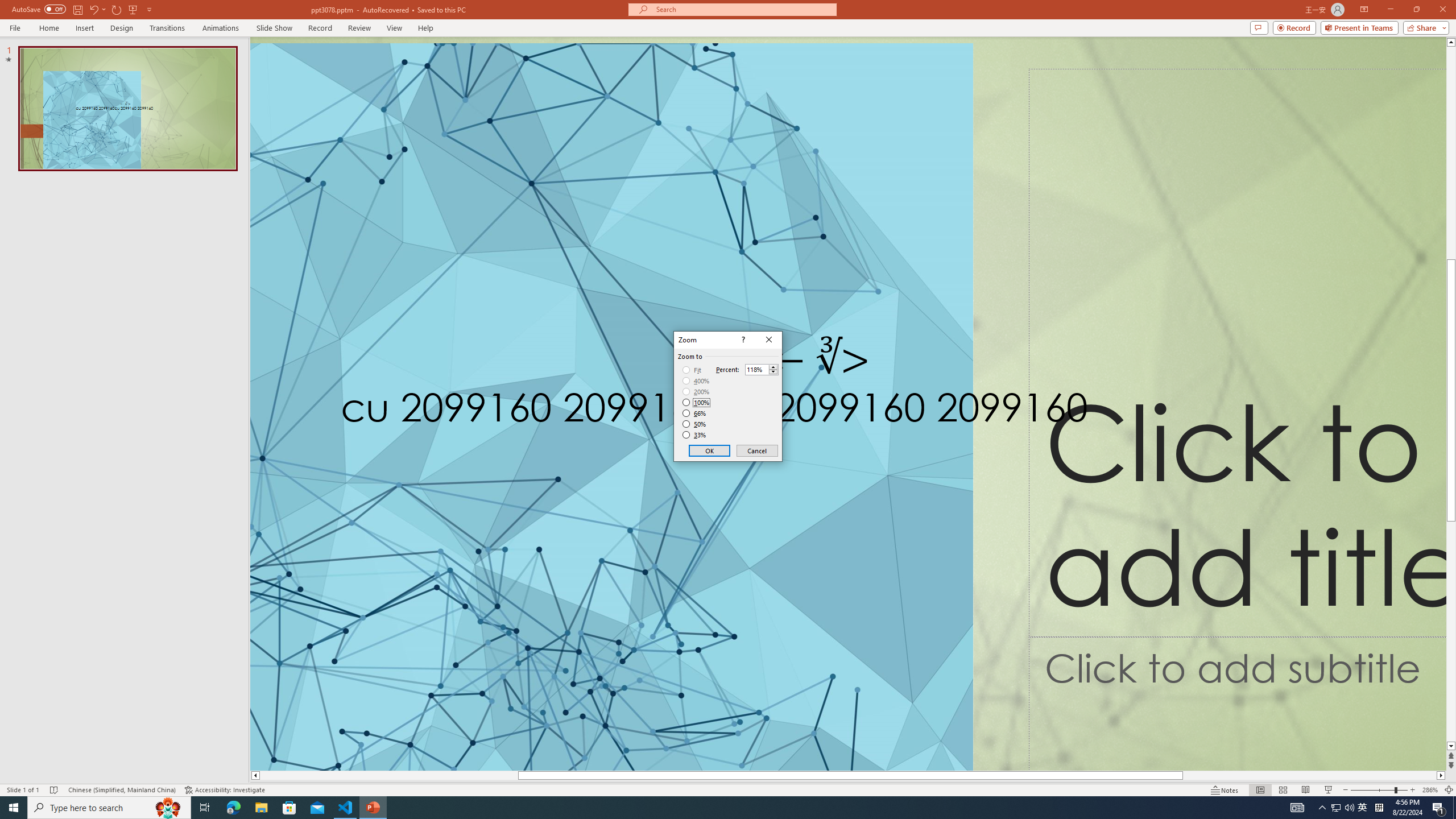 This screenshot has height=819, width=1456. I want to click on '400%', so click(696, 381).